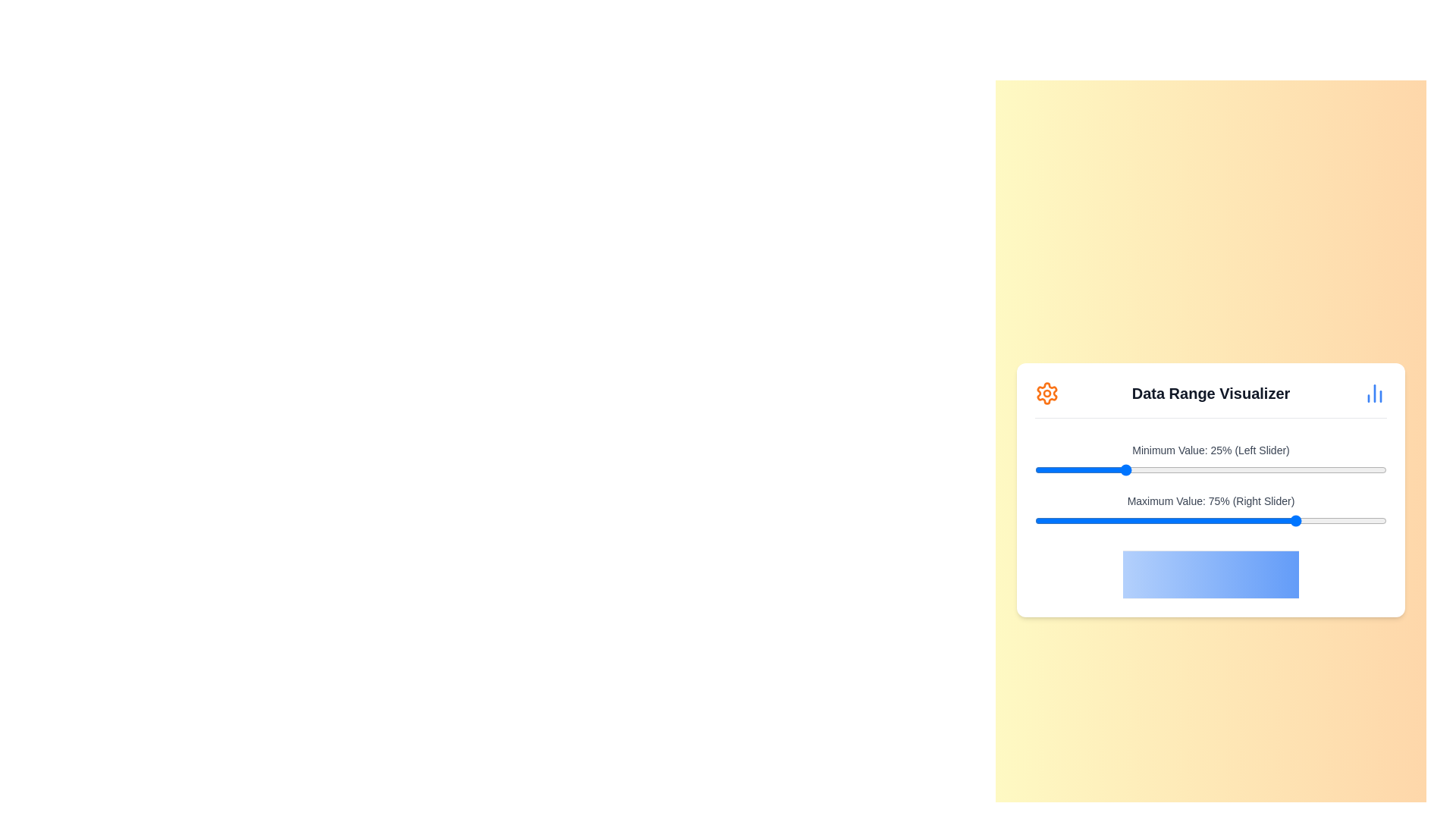 The height and width of the screenshot is (819, 1456). Describe the element at coordinates (1270, 469) in the screenshot. I see `the left slider` at that location.